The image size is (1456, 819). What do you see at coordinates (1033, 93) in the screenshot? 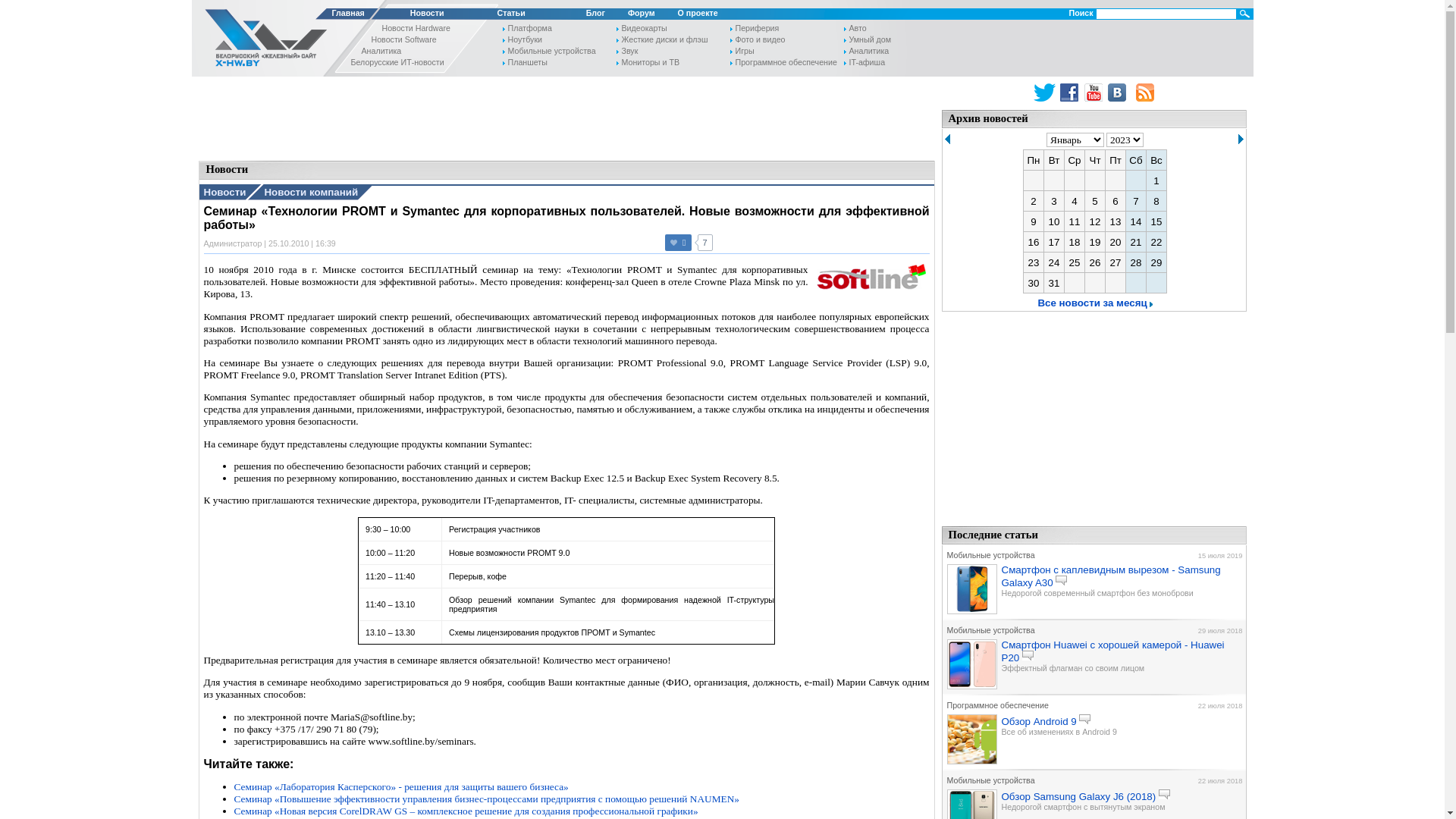
I see `'X-HW.BY Twitter'` at bounding box center [1033, 93].